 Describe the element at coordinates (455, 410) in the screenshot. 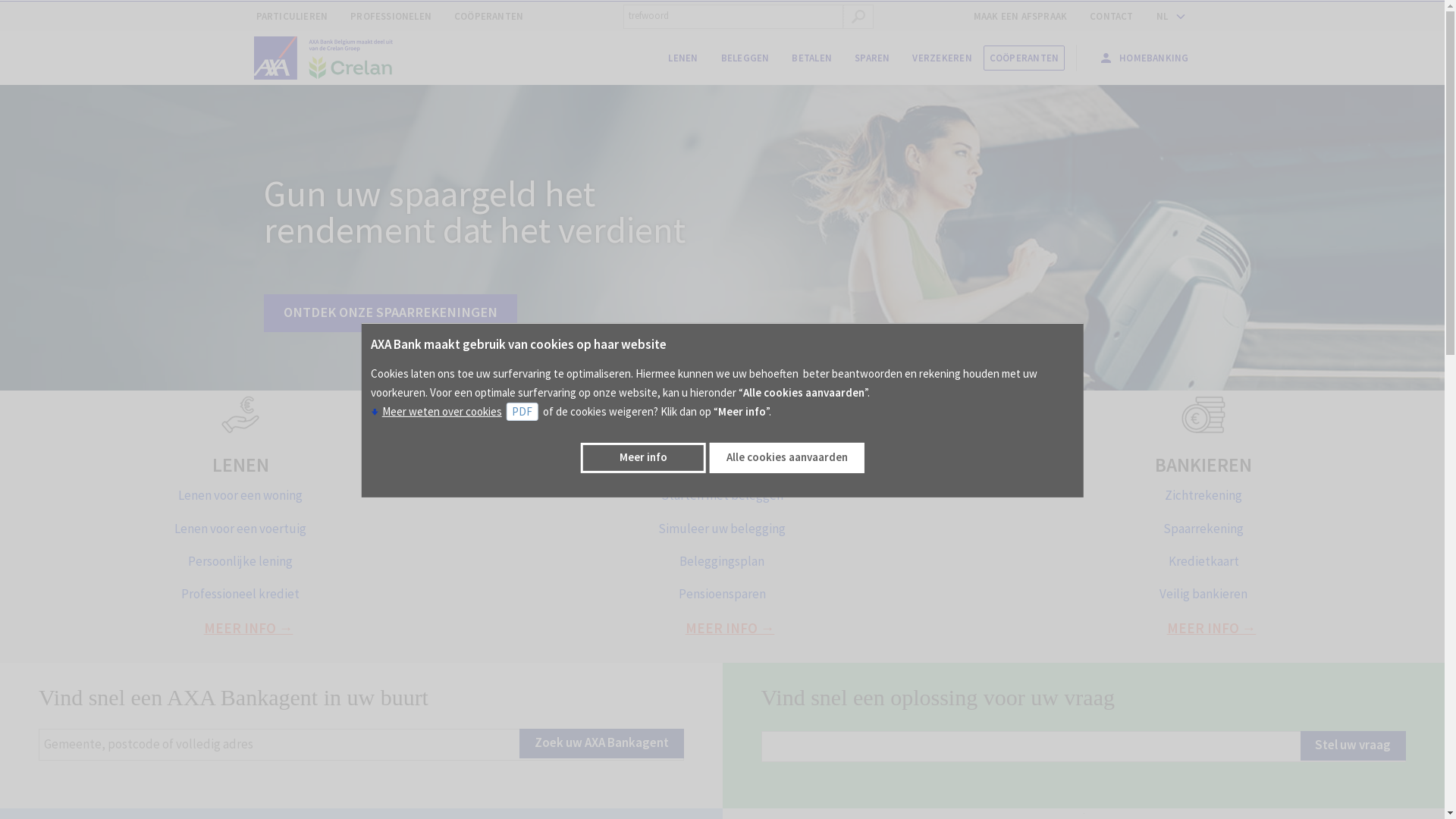

I see `'Meer weten over cookiesPDF'` at that location.